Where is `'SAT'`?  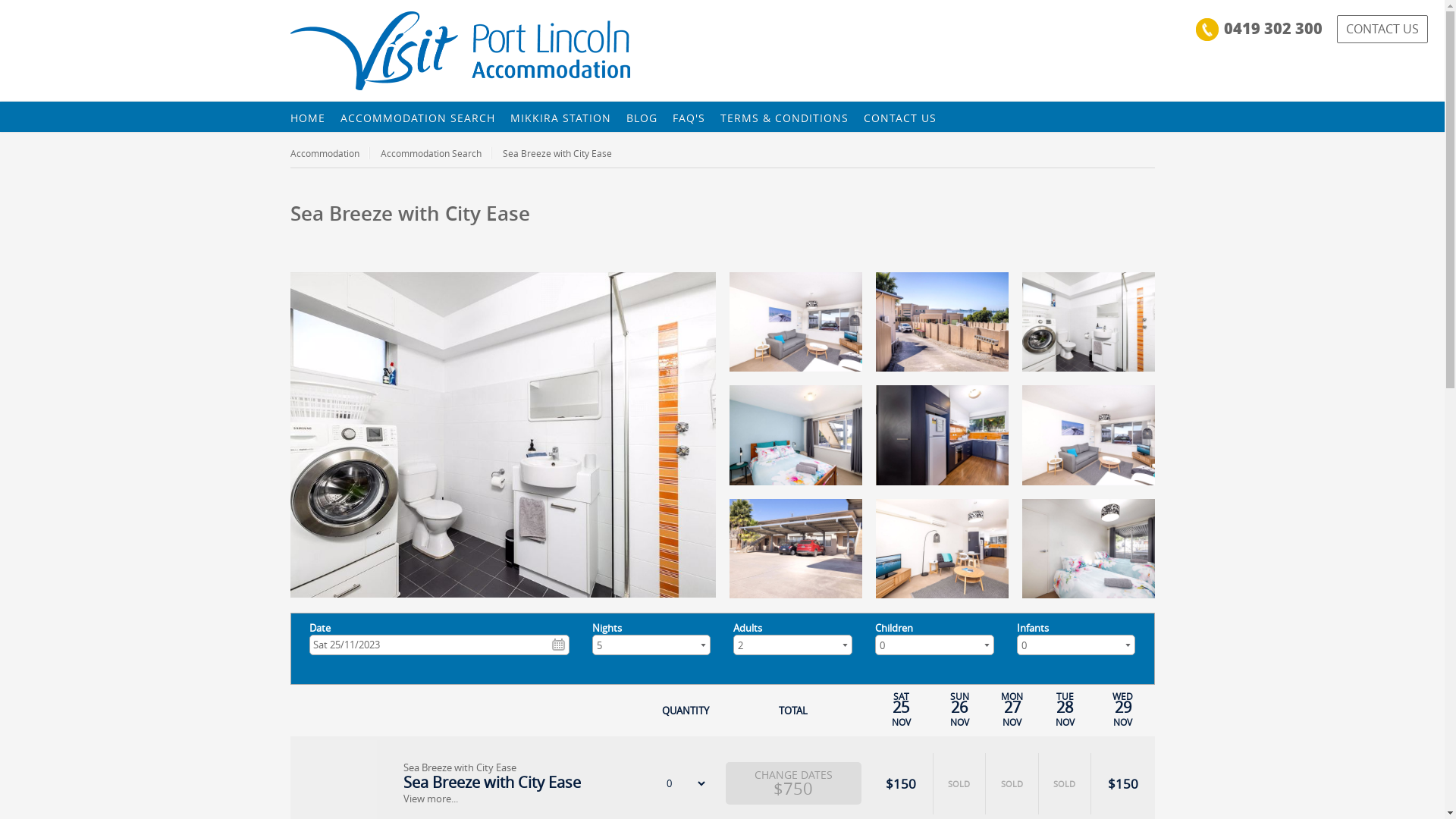 'SAT' is located at coordinates (869, 696).